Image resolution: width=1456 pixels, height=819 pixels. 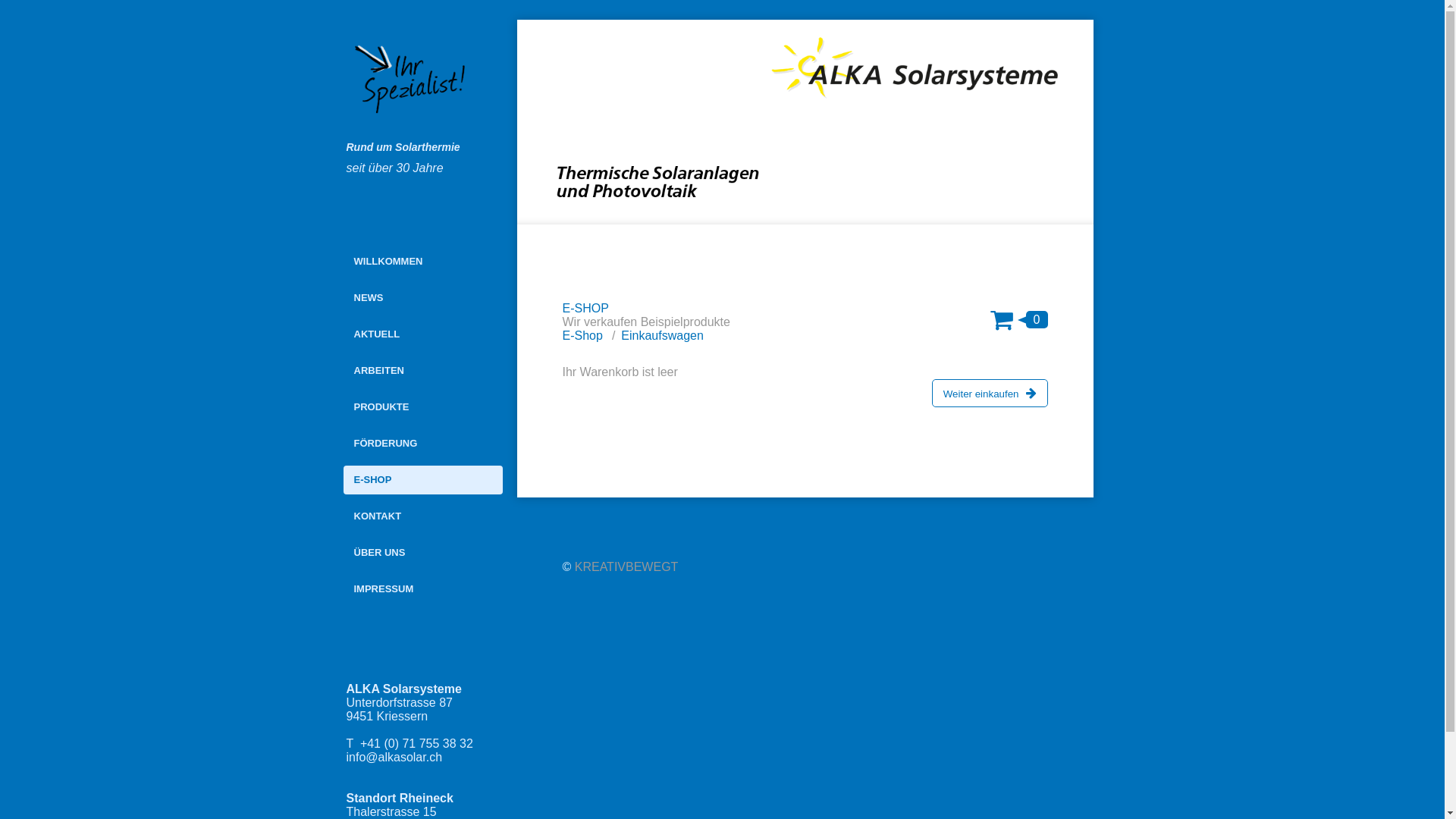 What do you see at coordinates (662, 334) in the screenshot?
I see `'Einkaufswagen'` at bounding box center [662, 334].